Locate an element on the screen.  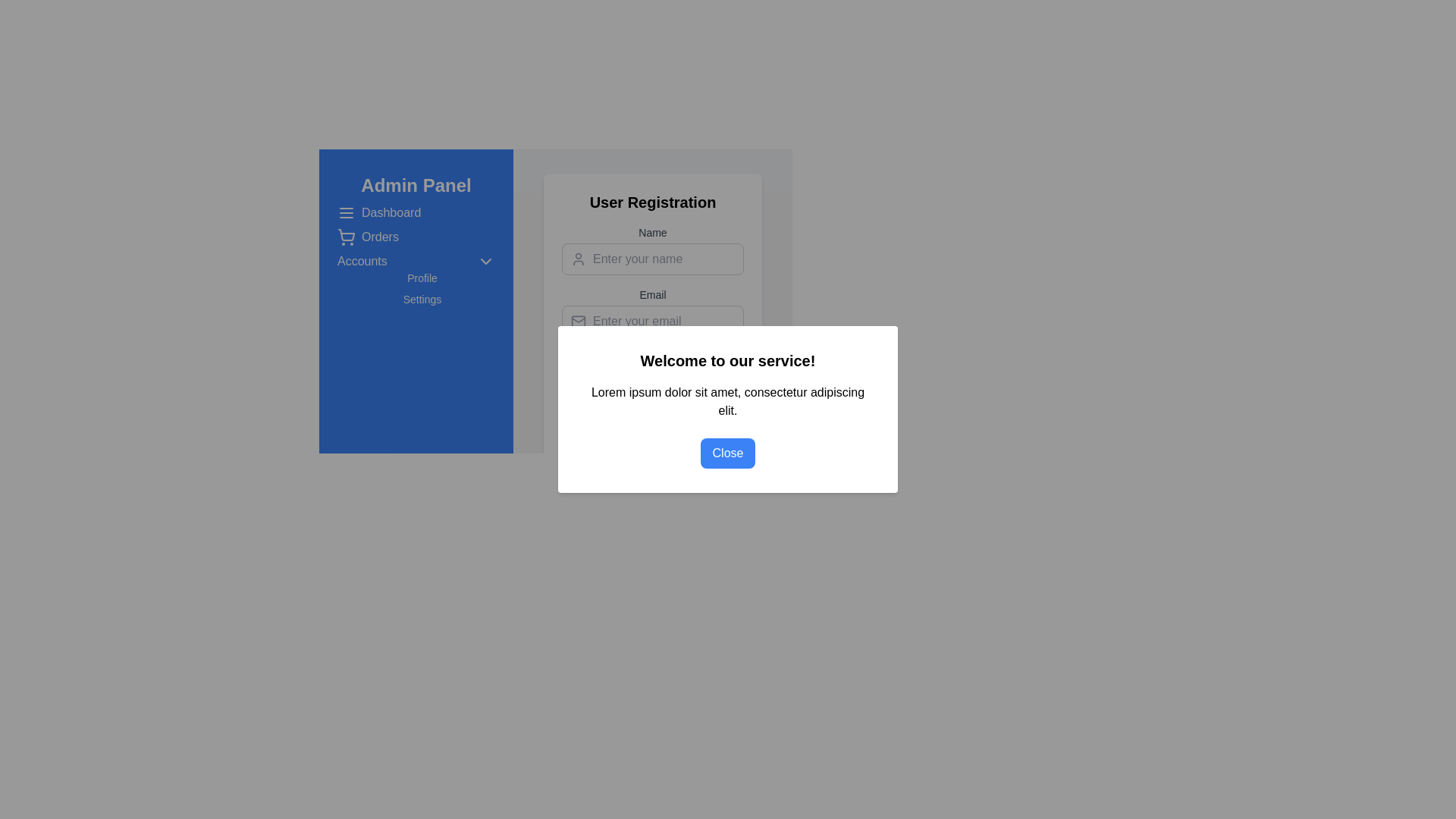
the text label reading 'Email' which is styled in a medium font size and gray color, located above the email input field in the 'User Registration' form is located at coordinates (652, 295).